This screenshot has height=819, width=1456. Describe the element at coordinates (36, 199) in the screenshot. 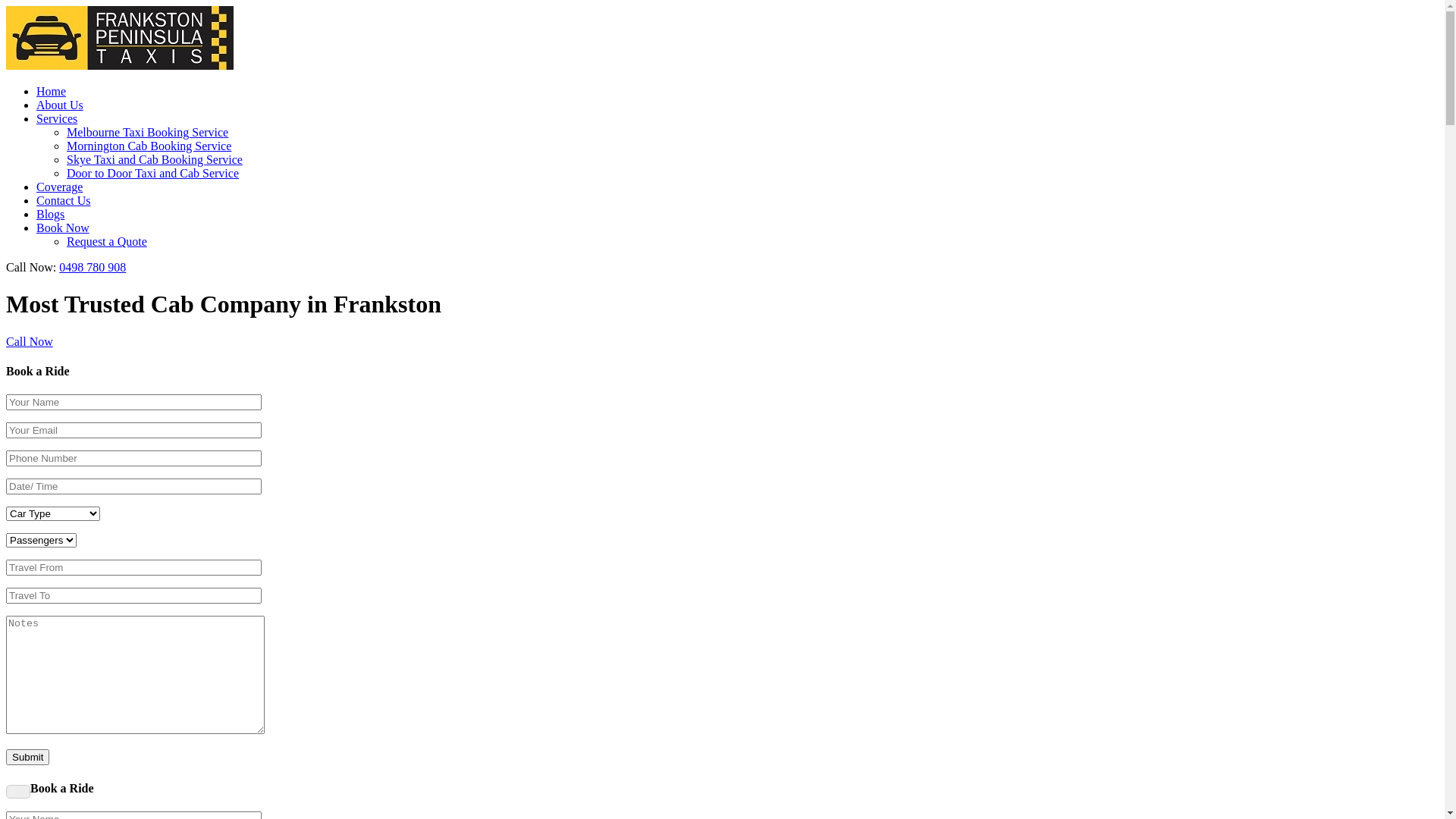

I see `'Contact Us'` at that location.